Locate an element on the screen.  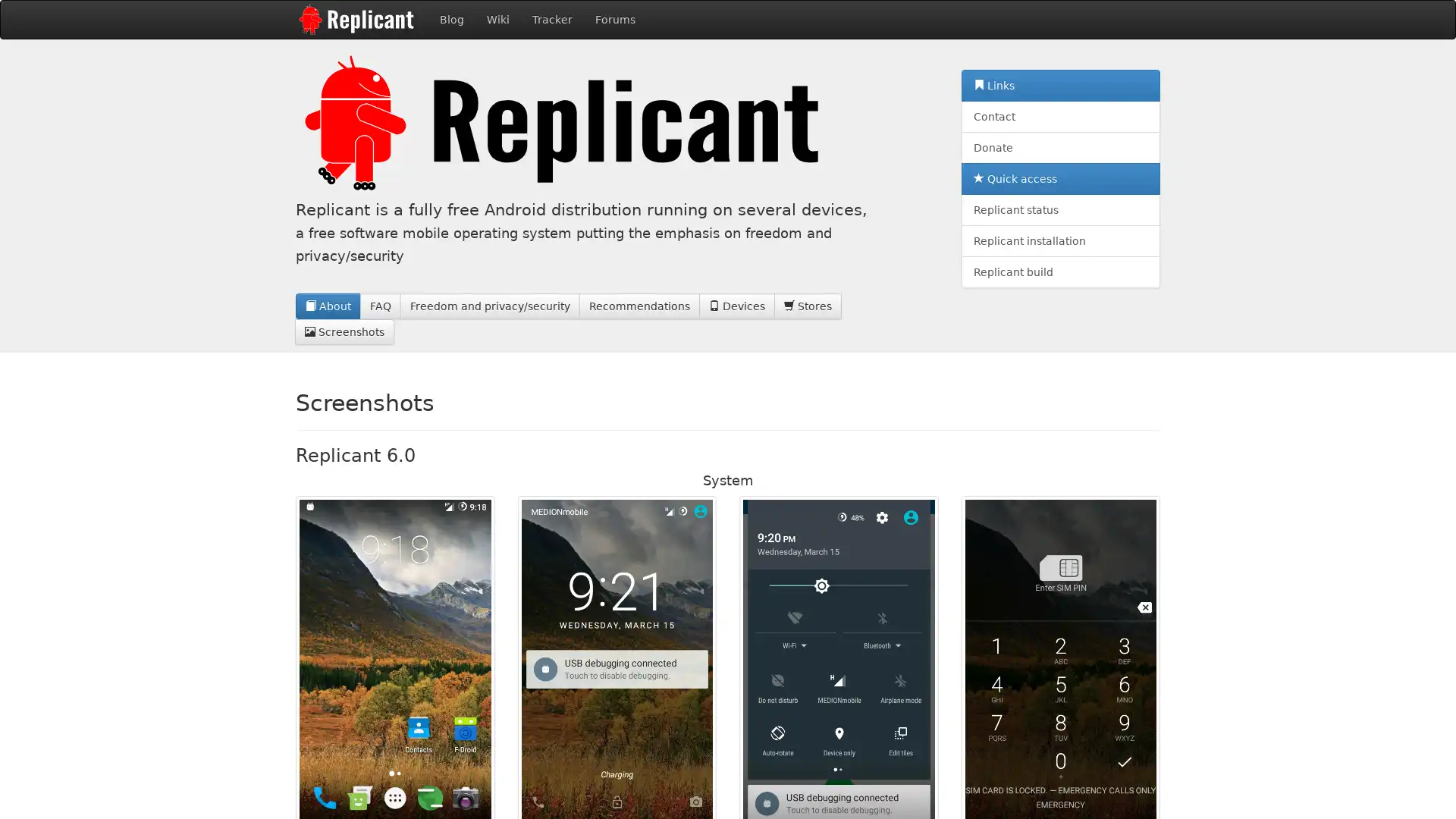
FAQ is located at coordinates (381, 306).